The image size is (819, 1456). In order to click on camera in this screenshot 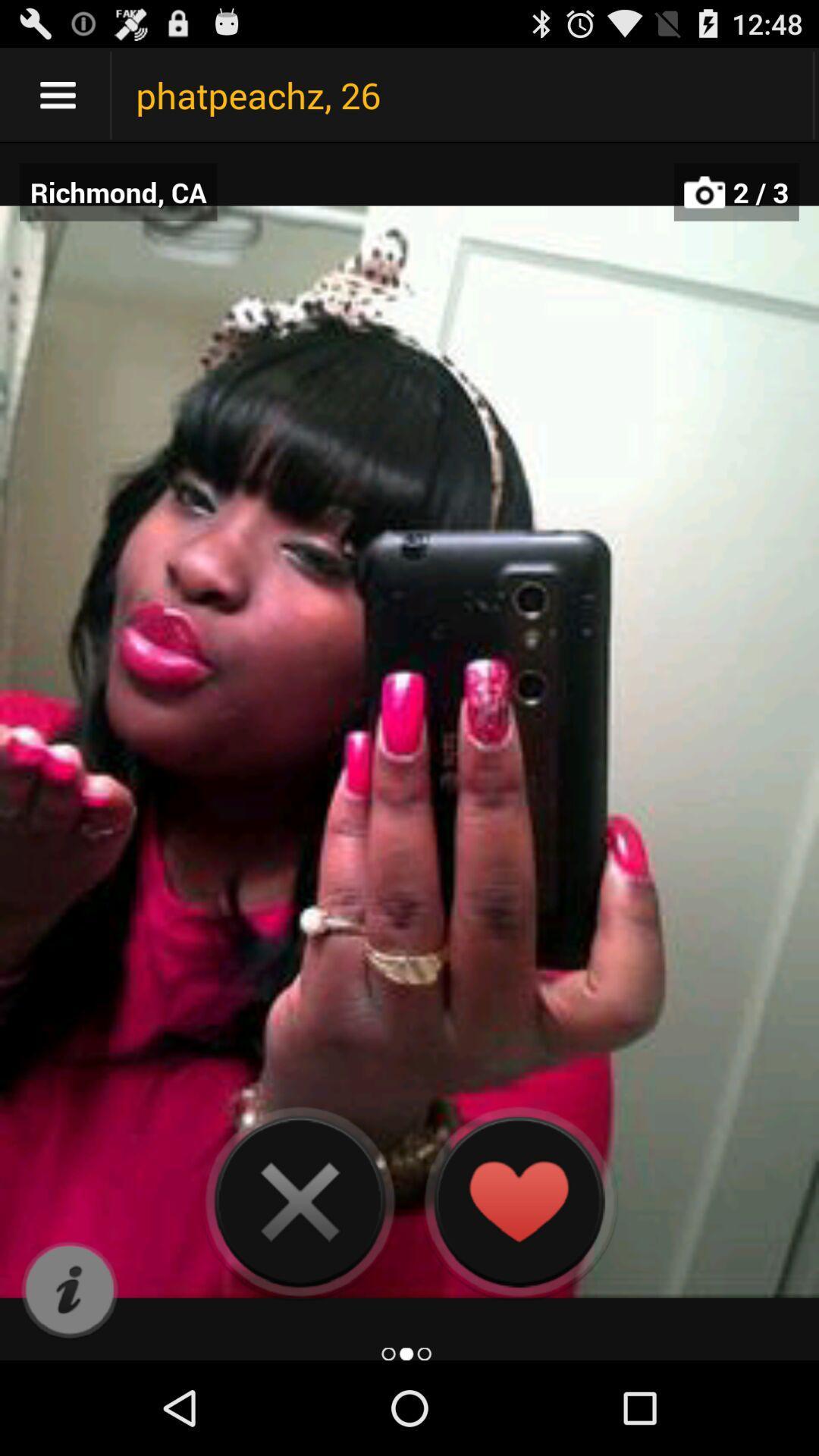, I will do `click(300, 1200)`.